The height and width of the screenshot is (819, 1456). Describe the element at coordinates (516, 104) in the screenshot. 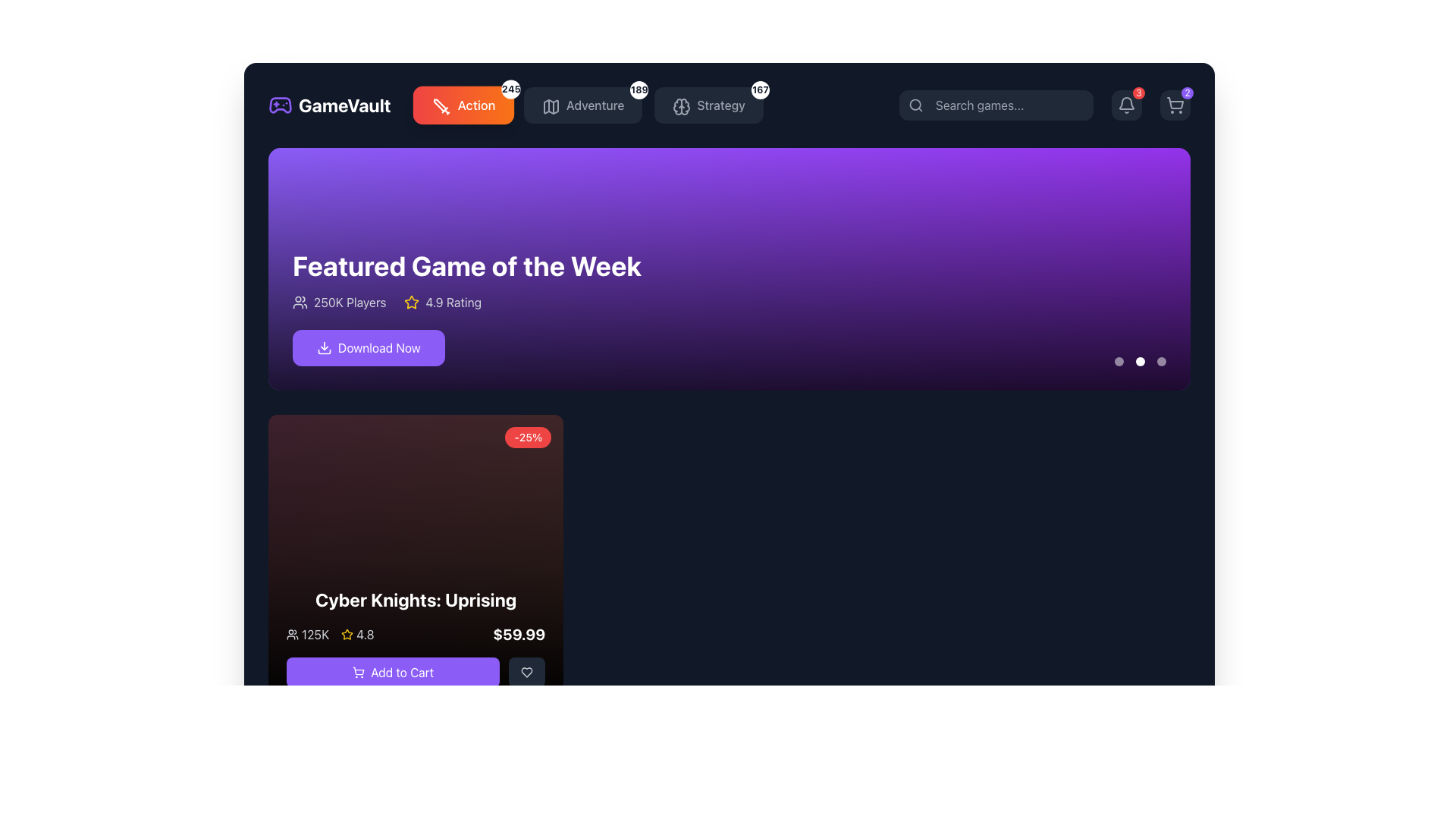

I see `the highlighted 'Action' button in the navigation bar` at that location.